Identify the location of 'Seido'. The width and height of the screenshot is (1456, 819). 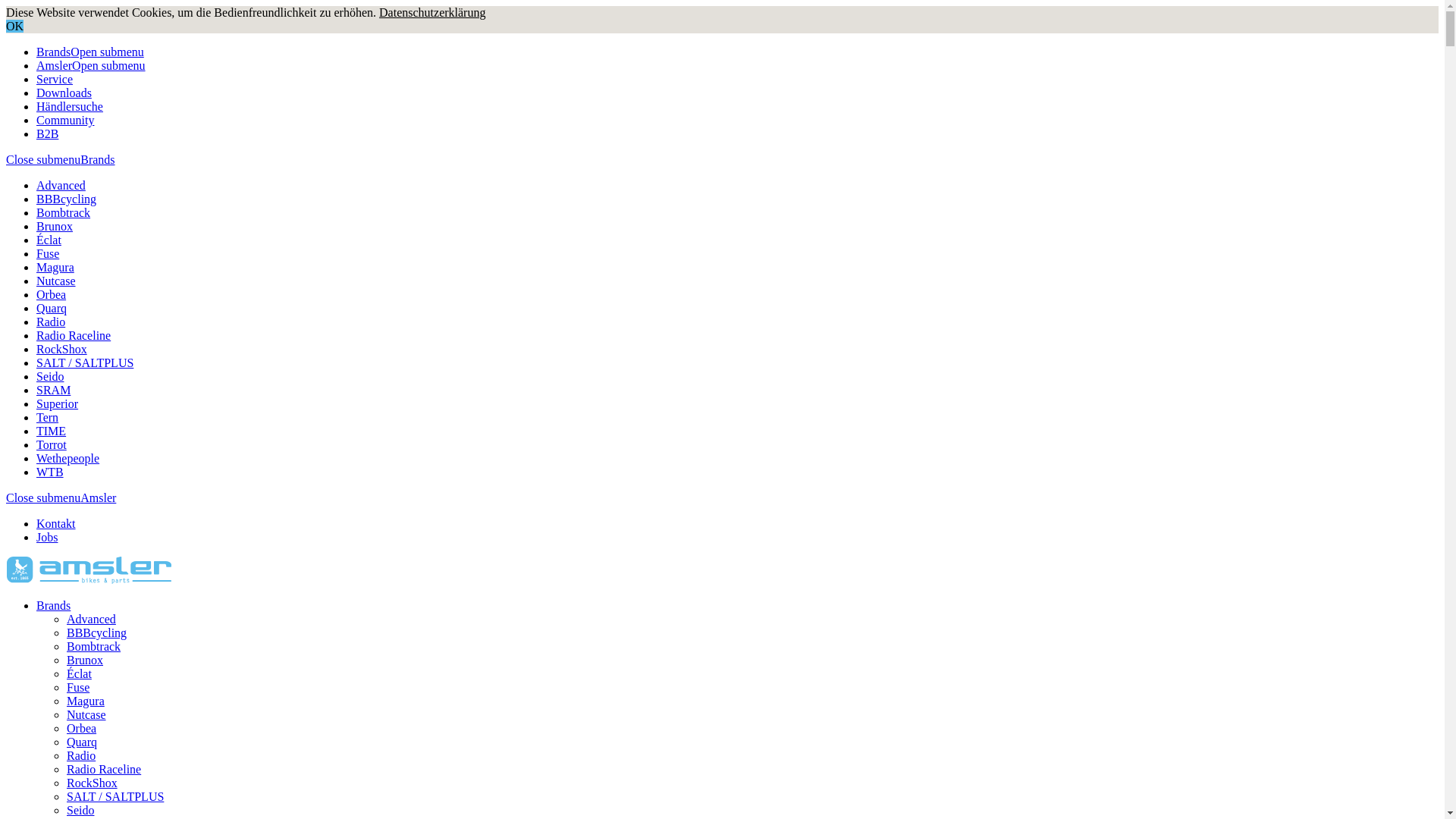
(50, 375).